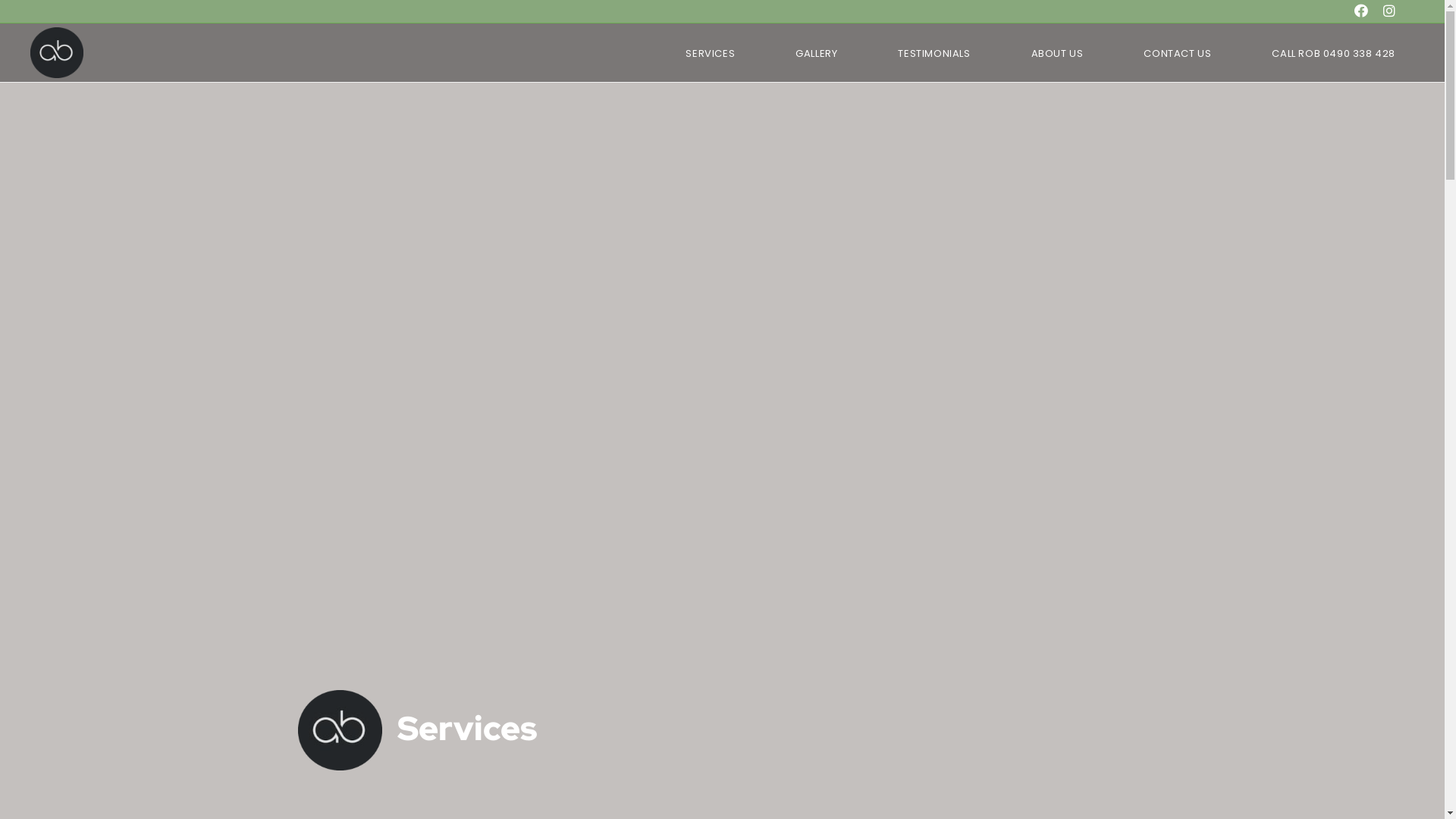  Describe the element at coordinates (1176, 52) in the screenshot. I see `'CONTACT US'` at that location.